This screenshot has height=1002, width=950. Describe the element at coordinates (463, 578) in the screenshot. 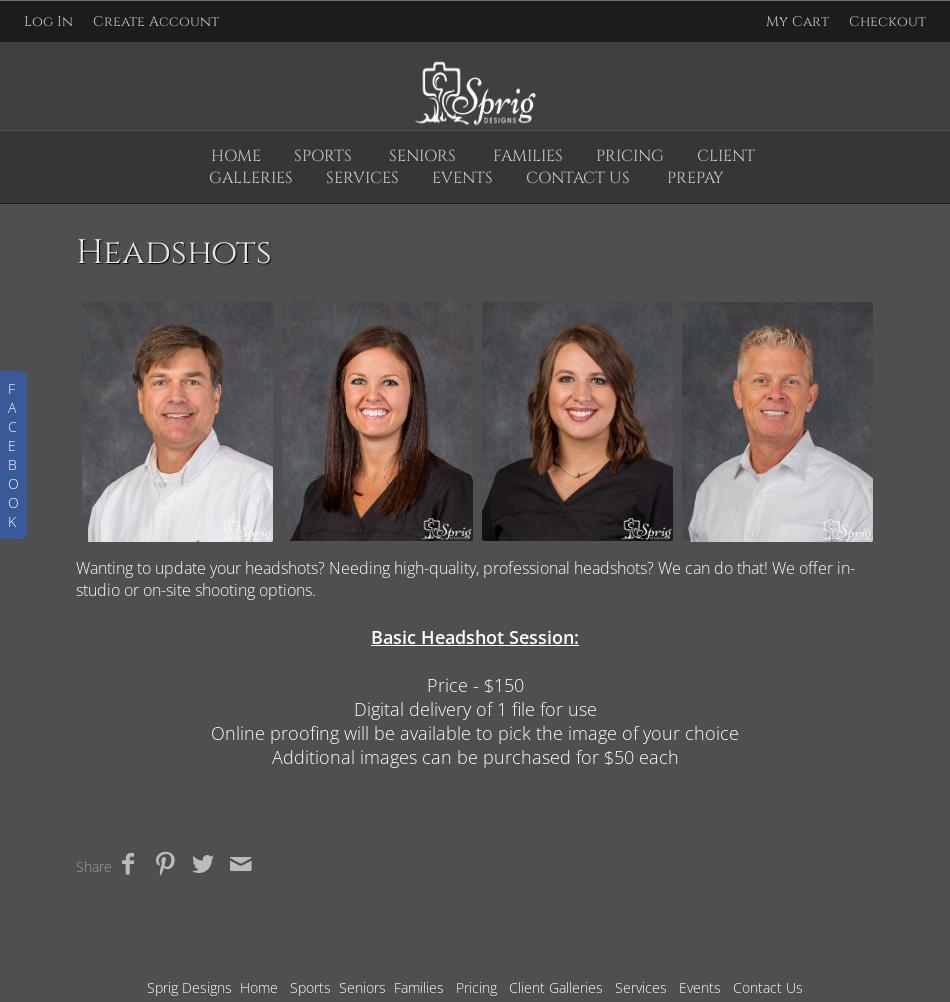

I see `'Wanting to update your headshots? Needing high-quality, professional headshots? We can do that! We offer in-studio or on-site shooting options.'` at that location.